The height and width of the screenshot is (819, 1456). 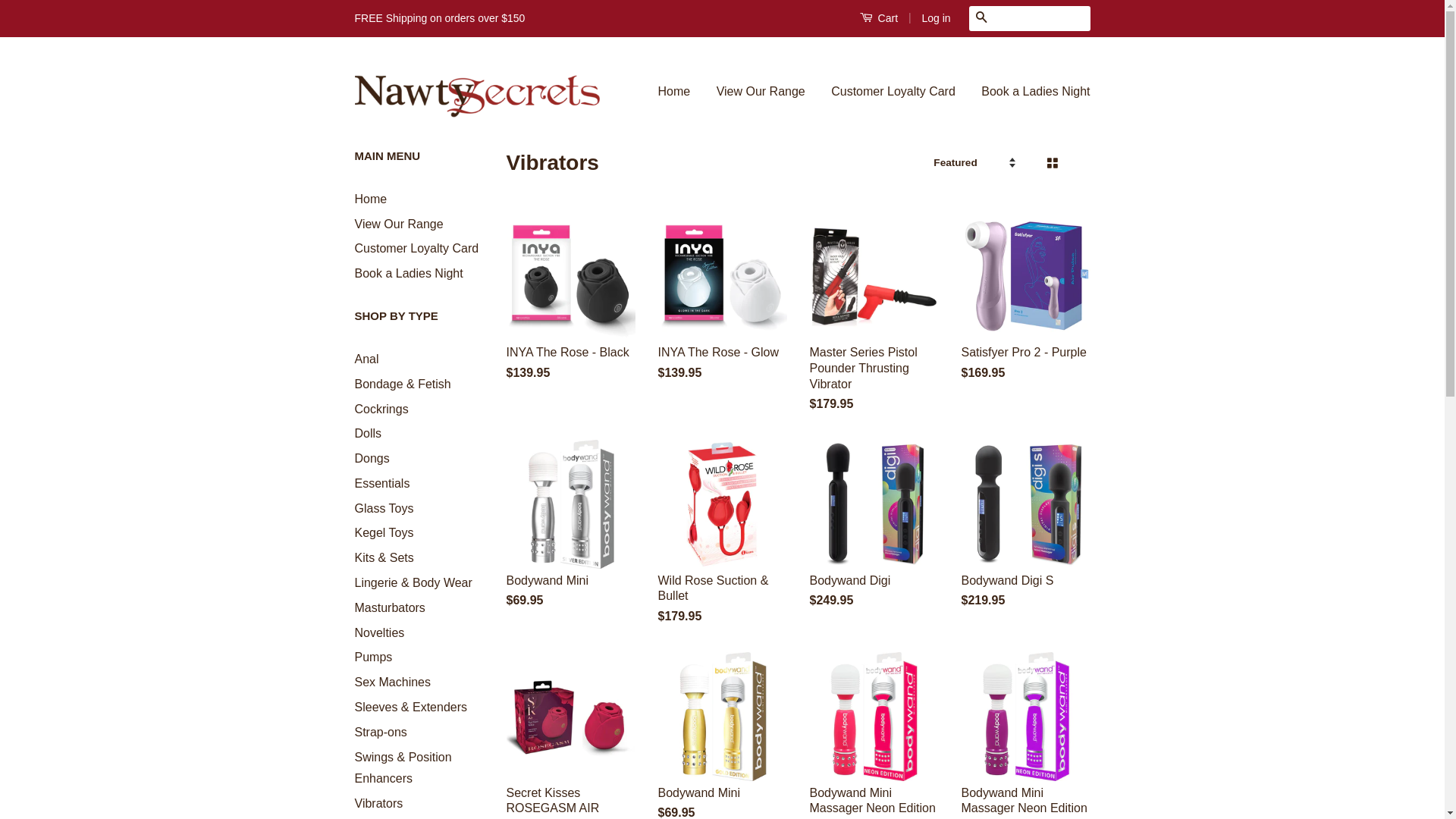 I want to click on 'List View', so click(x=1076, y=163).